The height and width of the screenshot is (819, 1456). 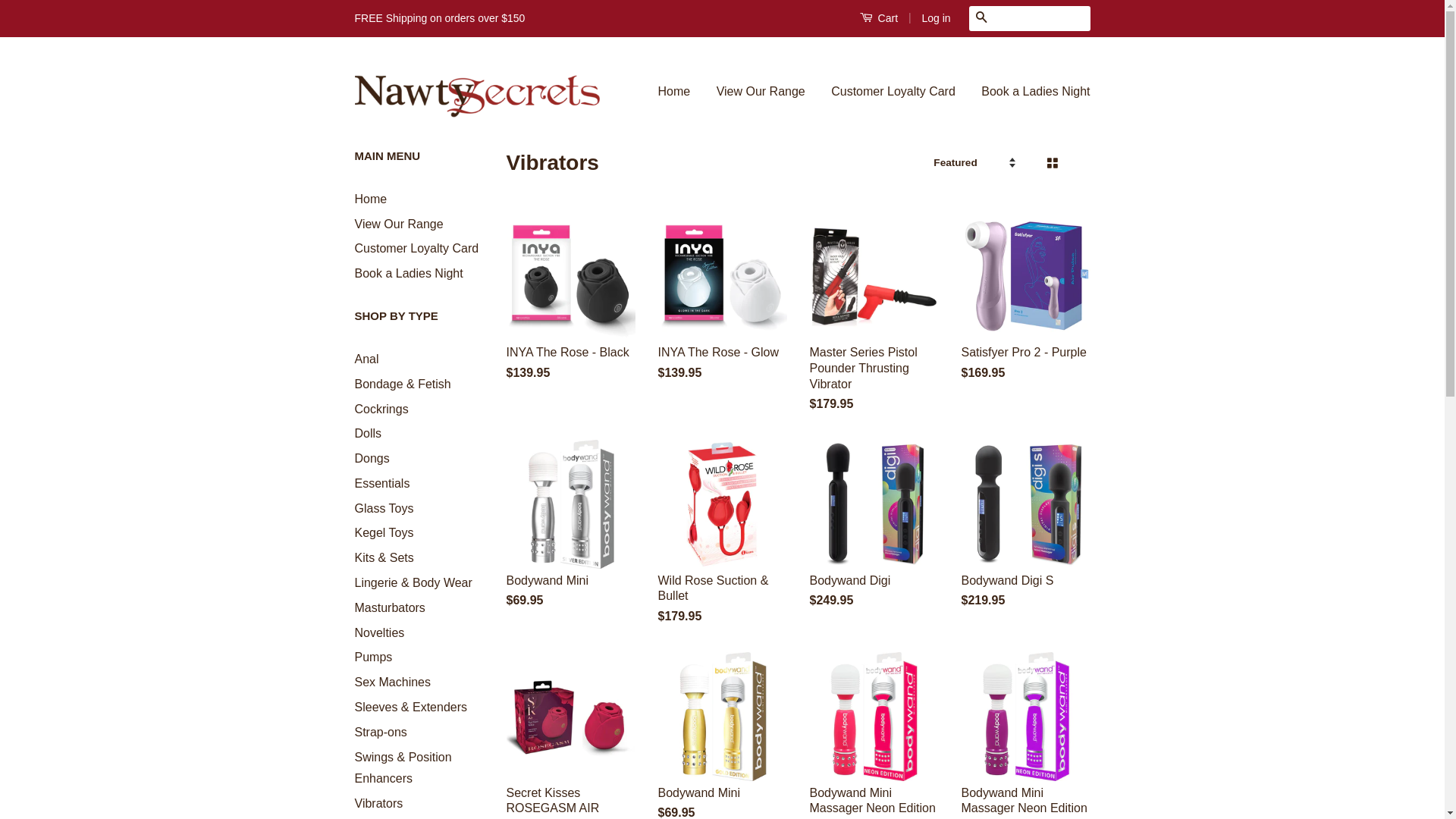 I want to click on 'List View', so click(x=1076, y=163).